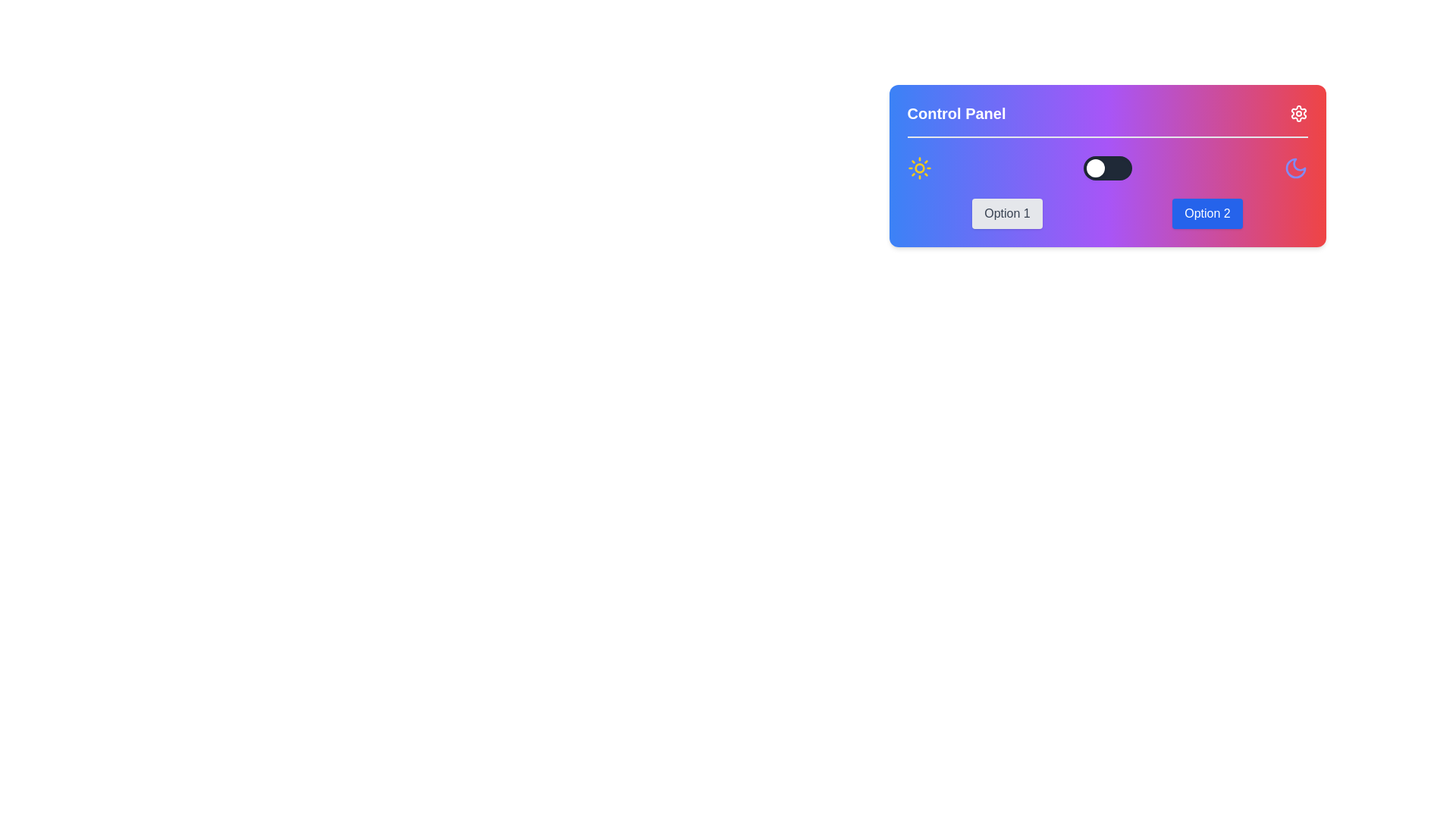 The image size is (1456, 819). What do you see at coordinates (1294, 168) in the screenshot?
I see `the crescent moon-shaped icon located in the top-right corner of the panel interface` at bounding box center [1294, 168].